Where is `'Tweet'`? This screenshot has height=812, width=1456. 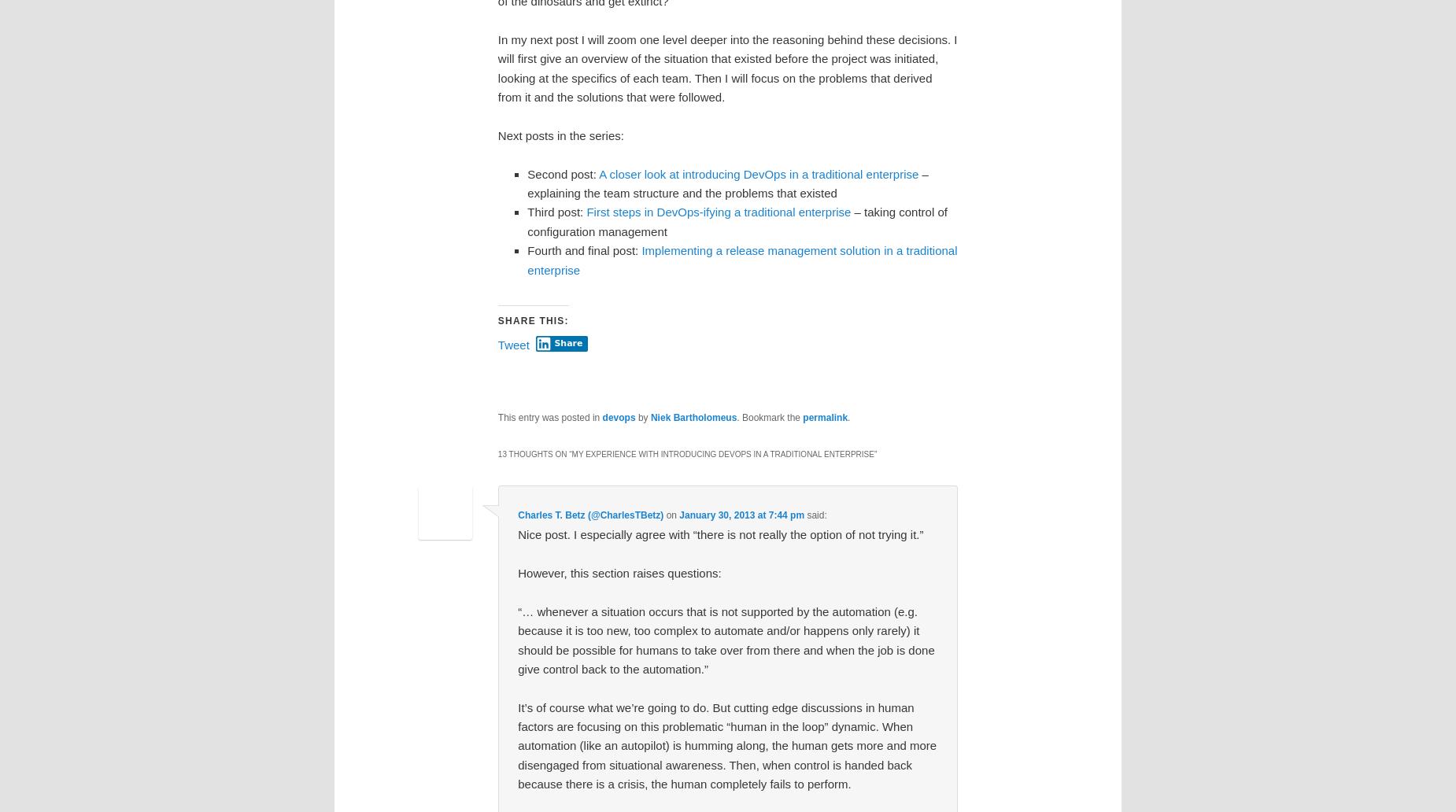
'Tweet' is located at coordinates (497, 344).